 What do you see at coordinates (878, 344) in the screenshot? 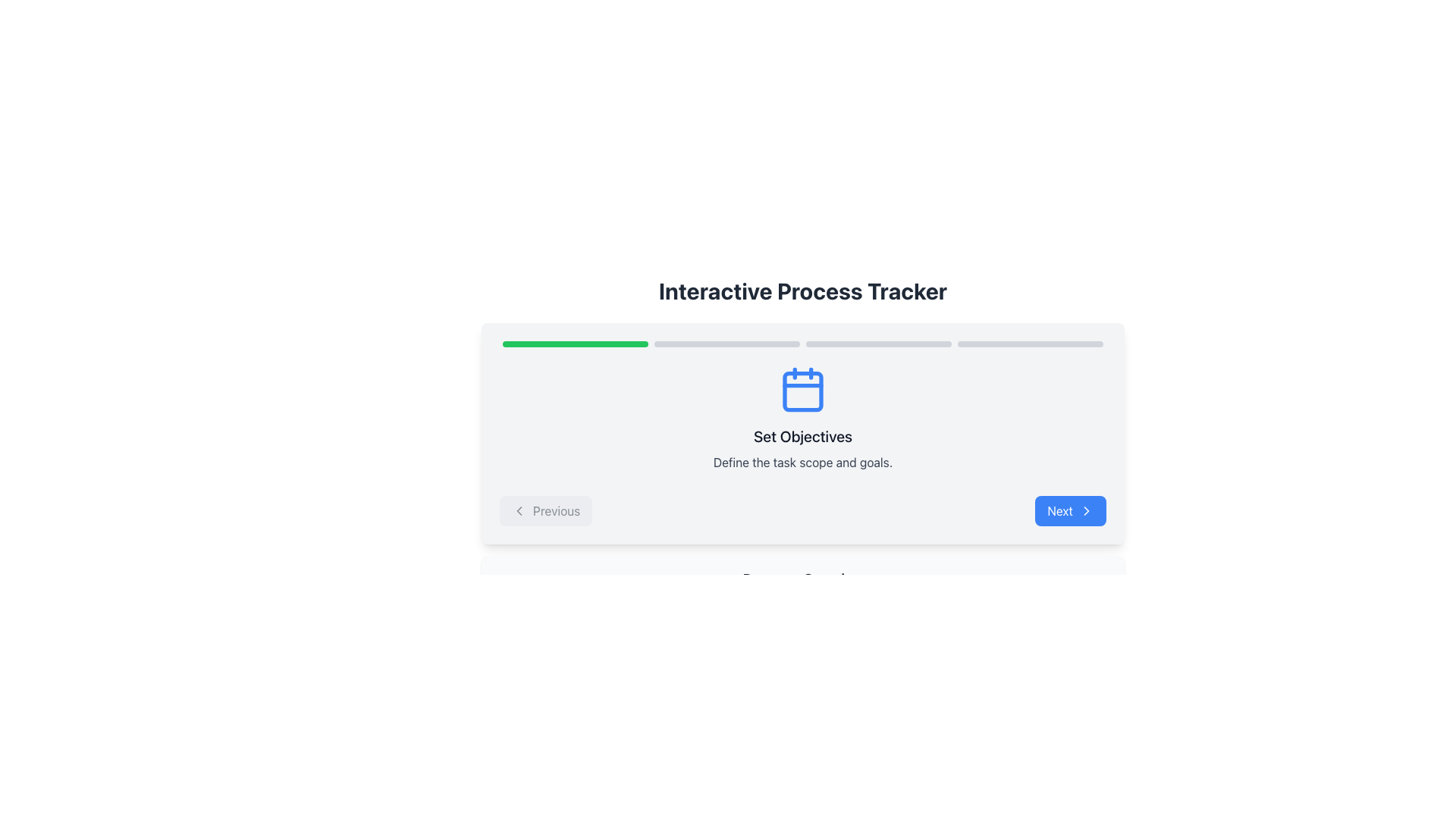
I see `the third segment of the Progress tracker, which visually indicates the current or completed progress in a multi-step process` at bounding box center [878, 344].